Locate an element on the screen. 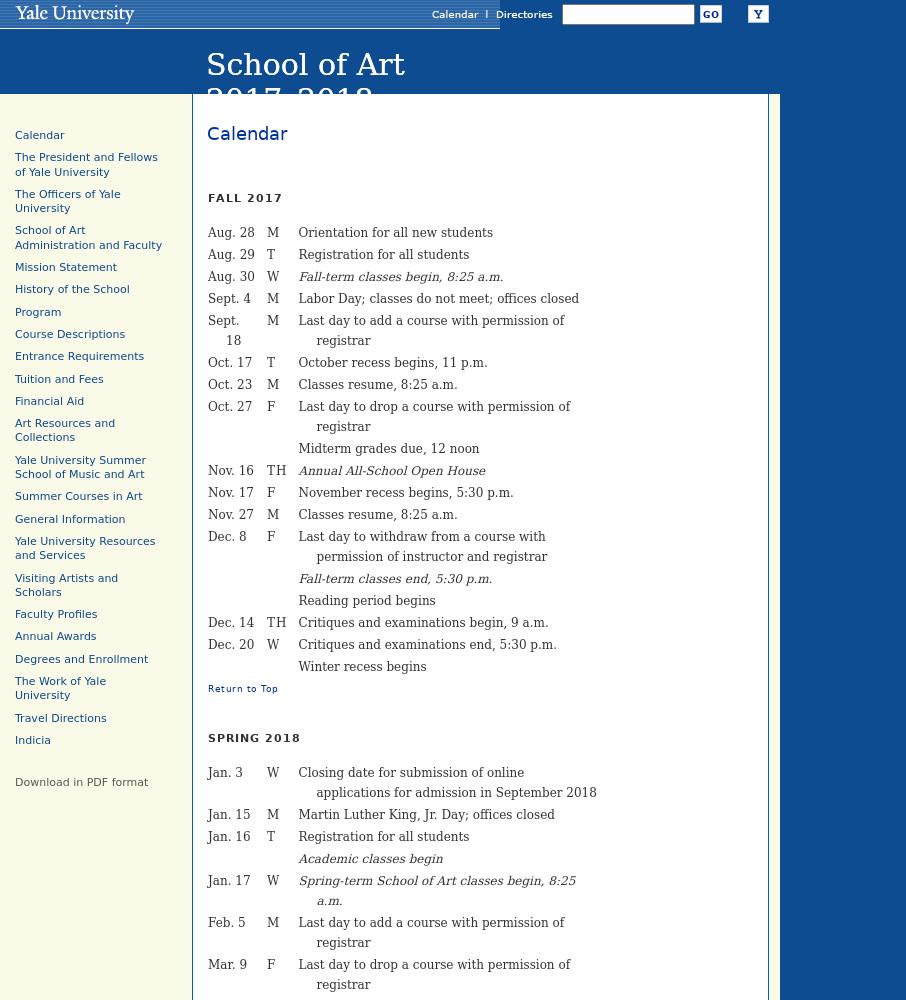 The height and width of the screenshot is (1000, 906). 'Yale University Resources and Services' is located at coordinates (84, 548).